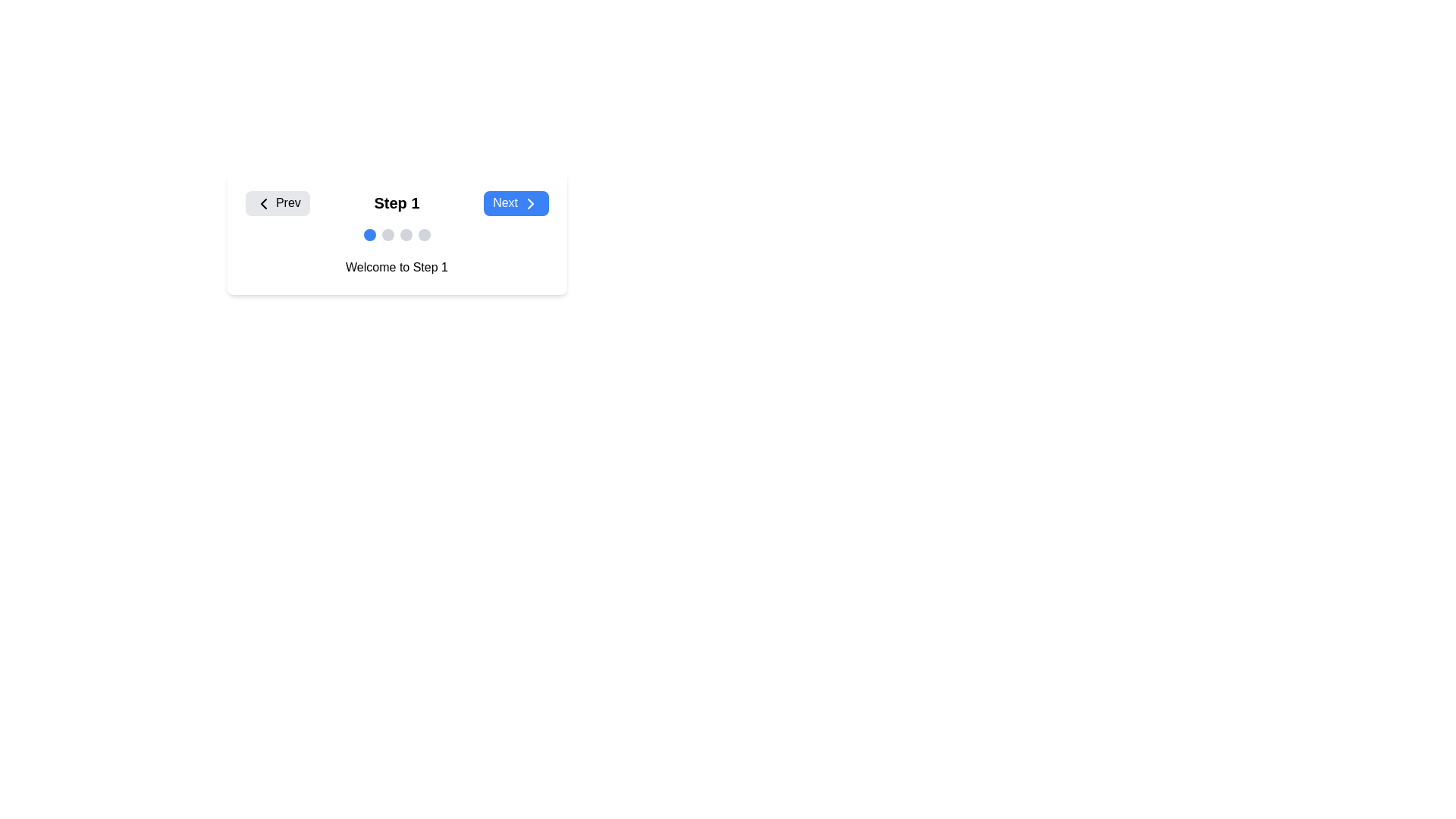 Image resolution: width=1456 pixels, height=819 pixels. What do you see at coordinates (388, 234) in the screenshot?
I see `the second progress indicator dot, which visually represents the second step in a sequence, located beneath the text 'Step 1'` at bounding box center [388, 234].